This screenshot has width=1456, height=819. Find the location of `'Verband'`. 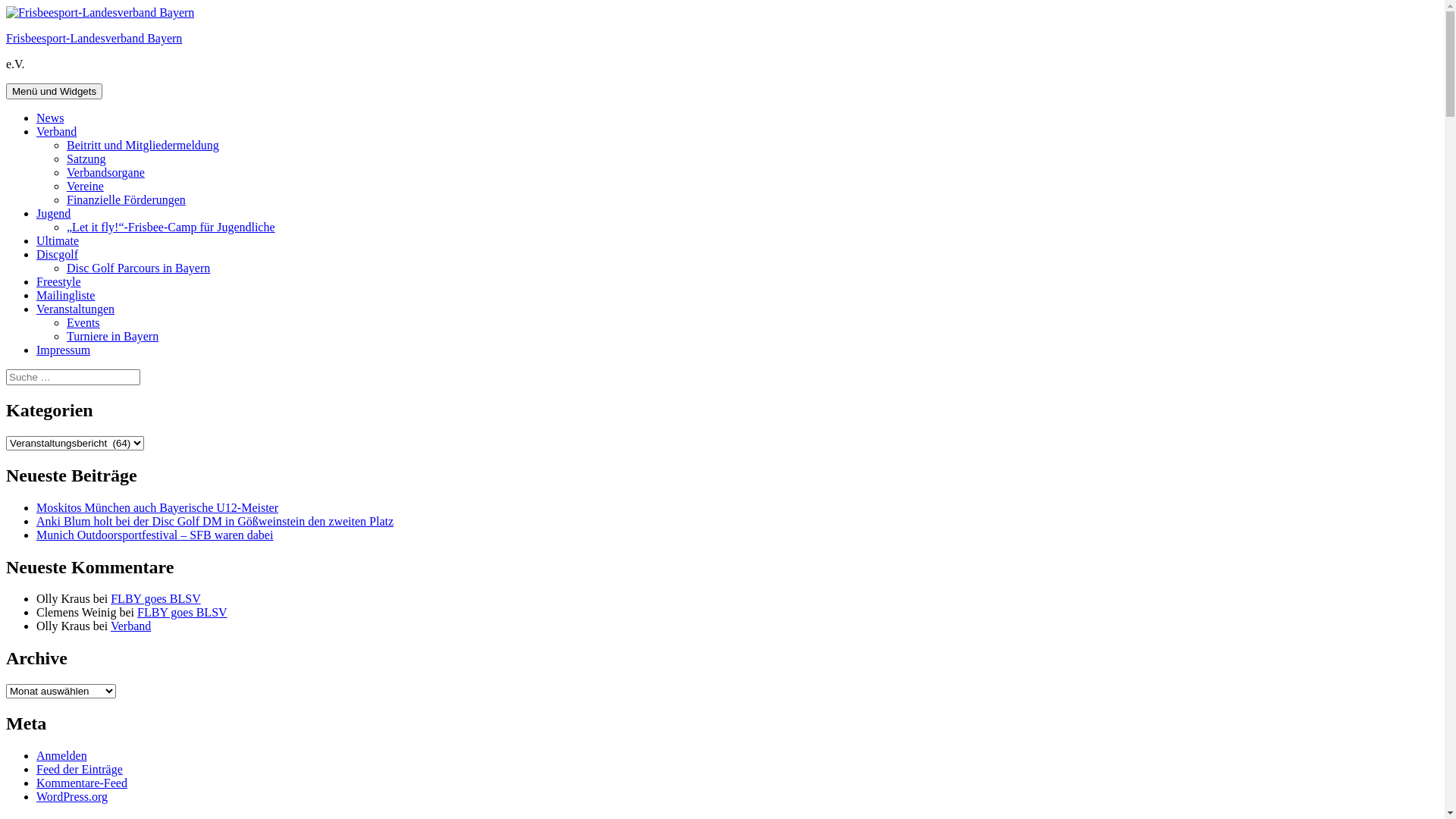

'Verband' is located at coordinates (130, 626).